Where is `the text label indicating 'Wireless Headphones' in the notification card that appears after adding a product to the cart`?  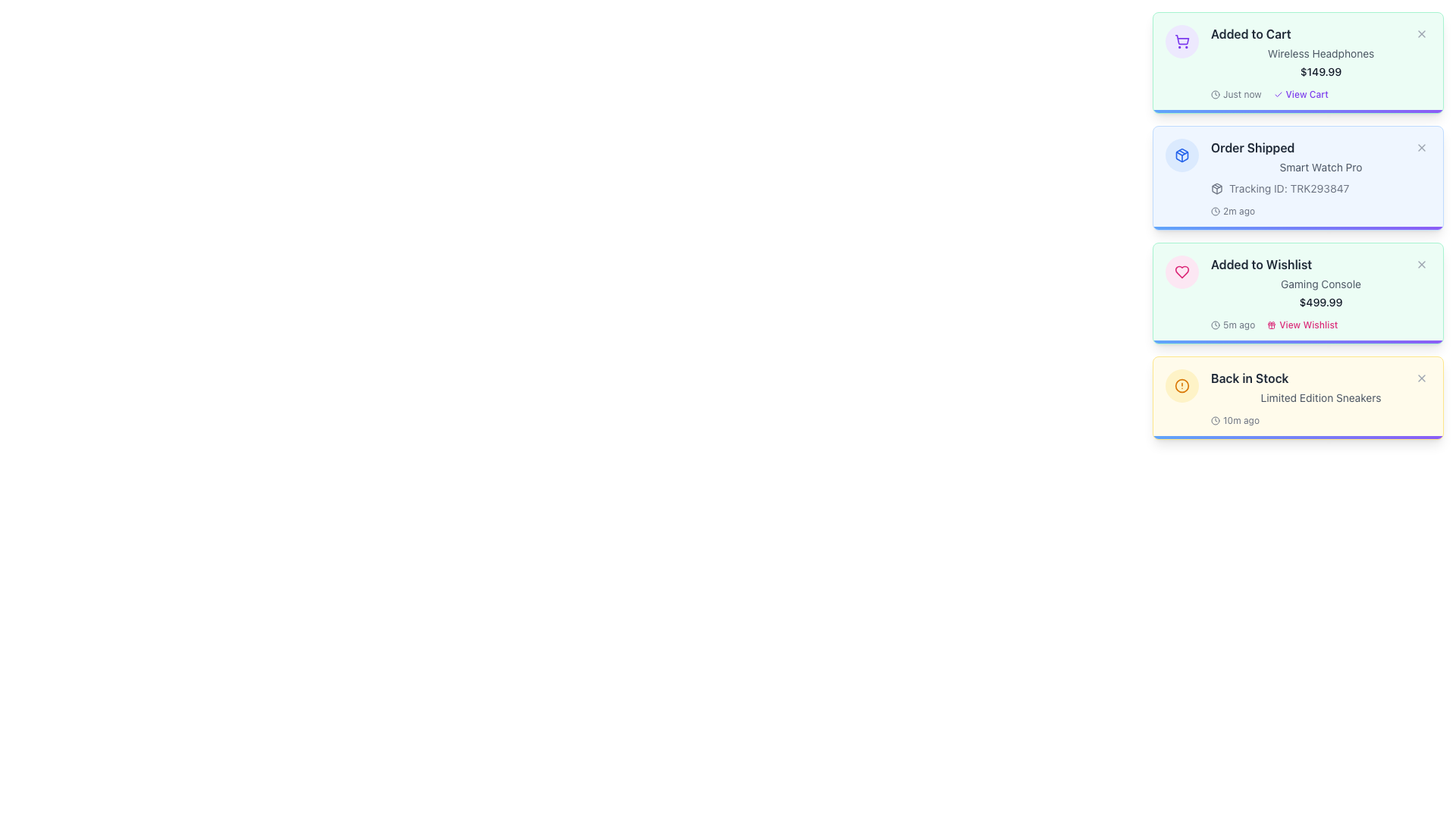 the text label indicating 'Wireless Headphones' in the notification card that appears after adding a product to the cart is located at coordinates (1320, 52).